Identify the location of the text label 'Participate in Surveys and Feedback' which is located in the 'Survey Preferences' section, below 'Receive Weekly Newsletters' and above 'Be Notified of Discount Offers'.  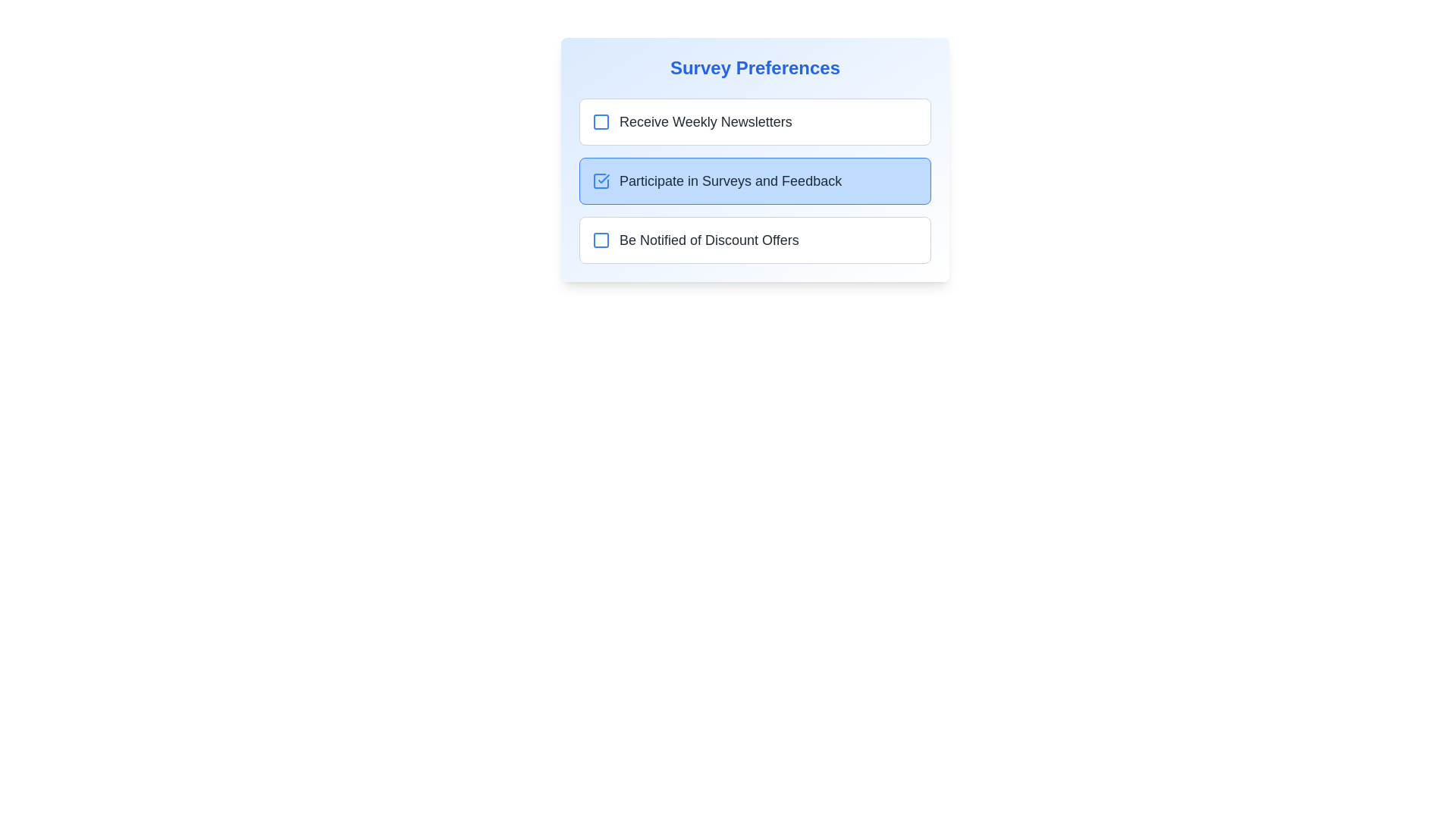
(716, 180).